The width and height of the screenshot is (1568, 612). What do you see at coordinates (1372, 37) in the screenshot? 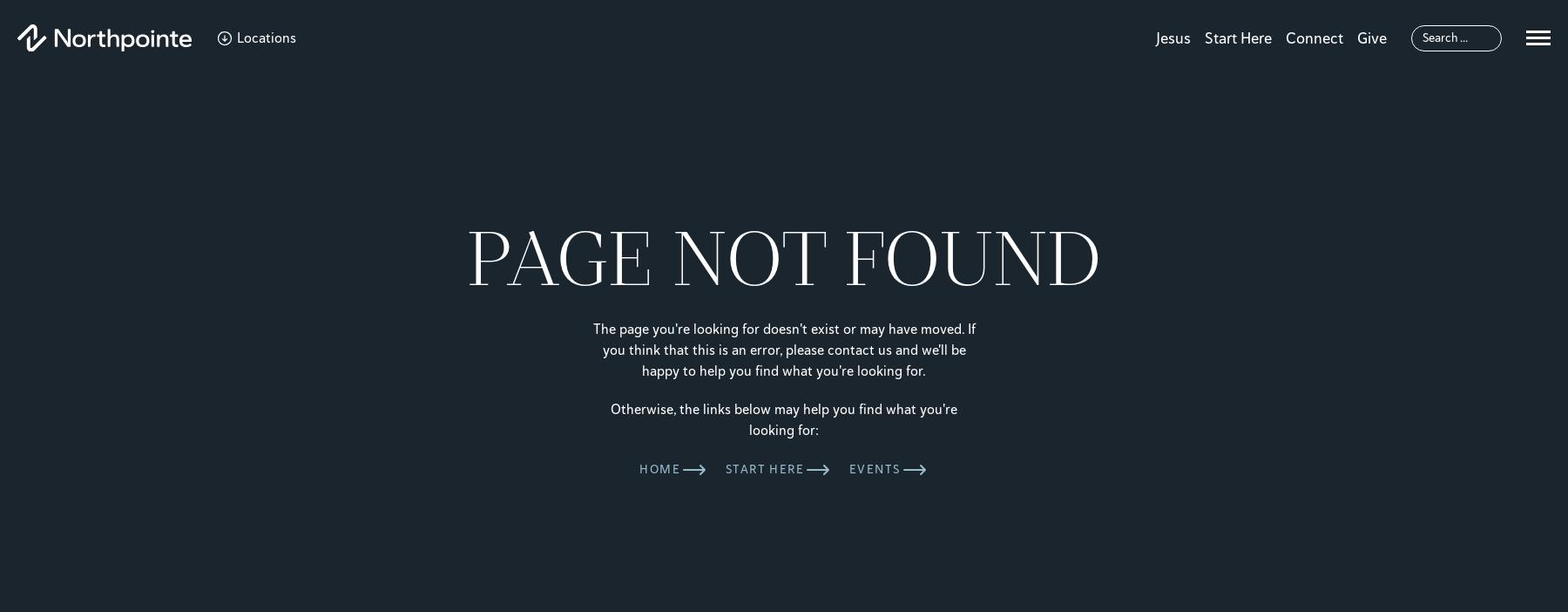
I see `'Give'` at bounding box center [1372, 37].